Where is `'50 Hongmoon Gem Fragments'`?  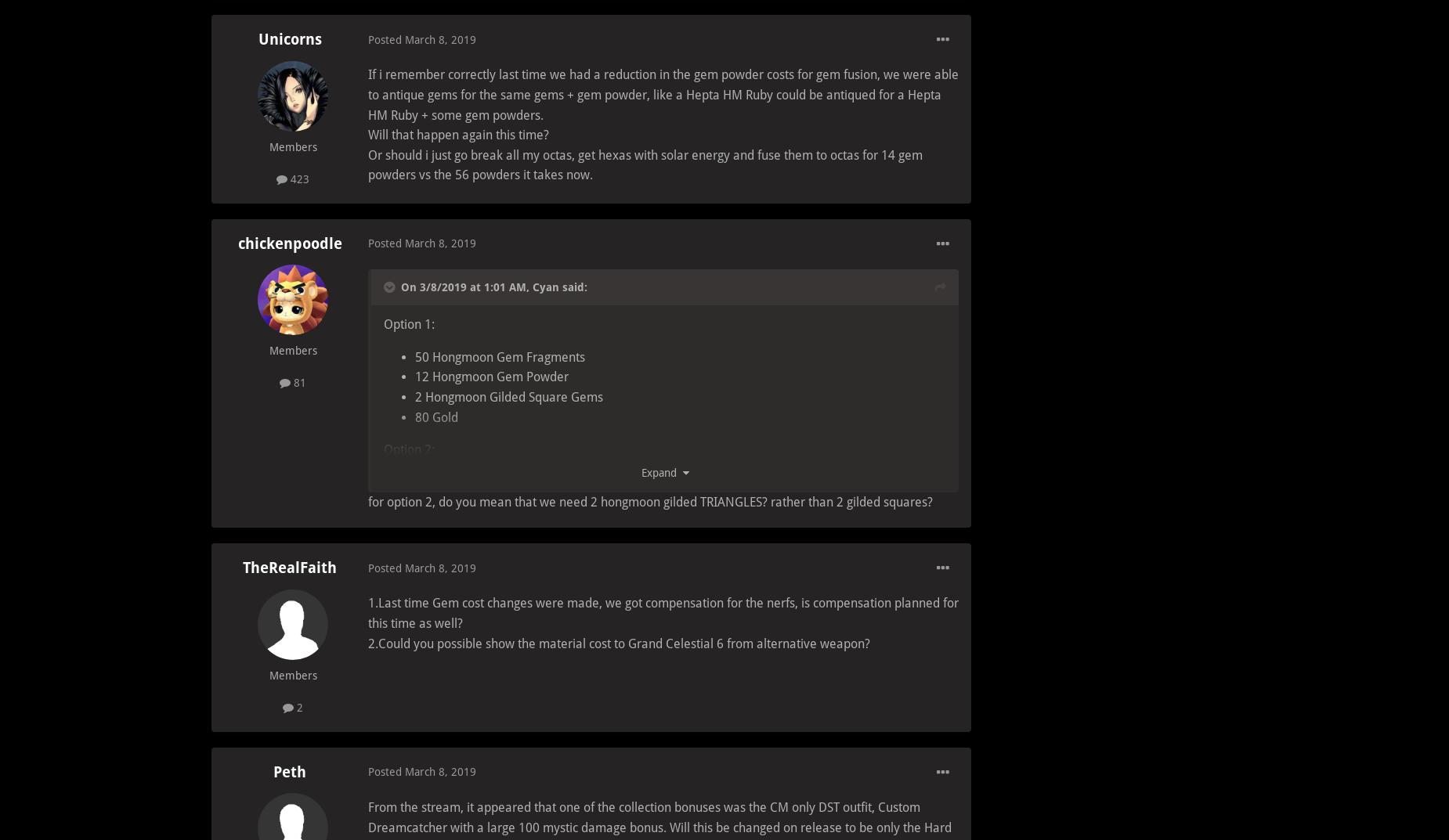
'50 Hongmoon Gem Fragments' is located at coordinates (500, 356).